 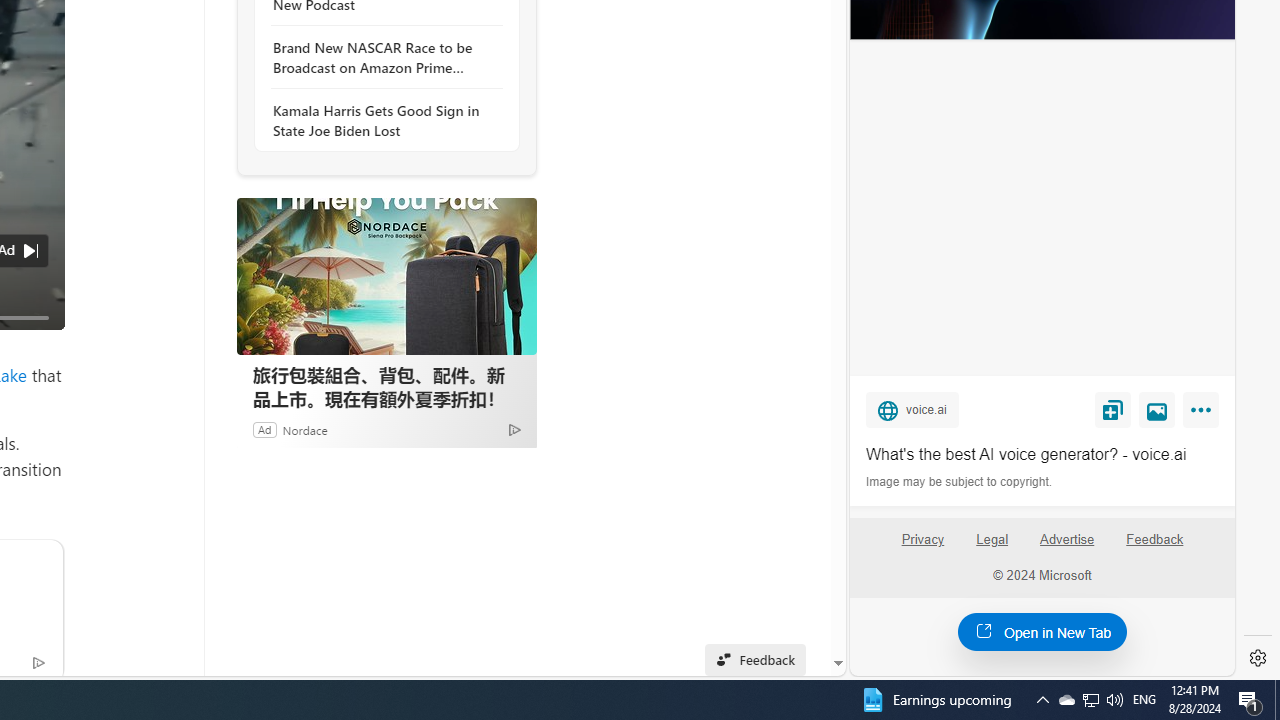 What do you see at coordinates (921, 547) in the screenshot?
I see `'Privacy'` at bounding box center [921, 547].